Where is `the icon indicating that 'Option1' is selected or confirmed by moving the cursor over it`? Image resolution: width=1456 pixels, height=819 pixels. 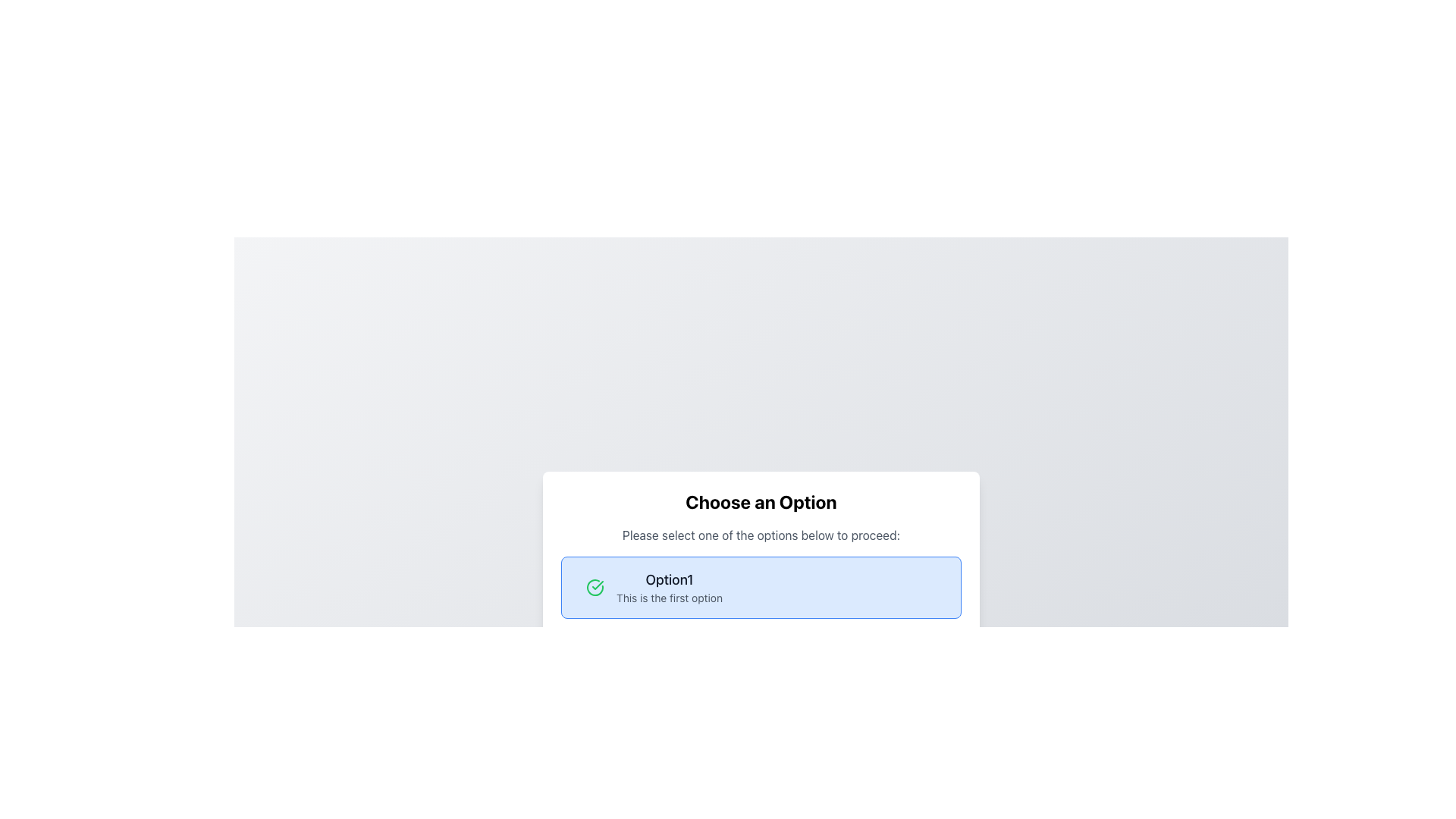
the icon indicating that 'Option1' is selected or confirmed by moving the cursor over it is located at coordinates (595, 587).